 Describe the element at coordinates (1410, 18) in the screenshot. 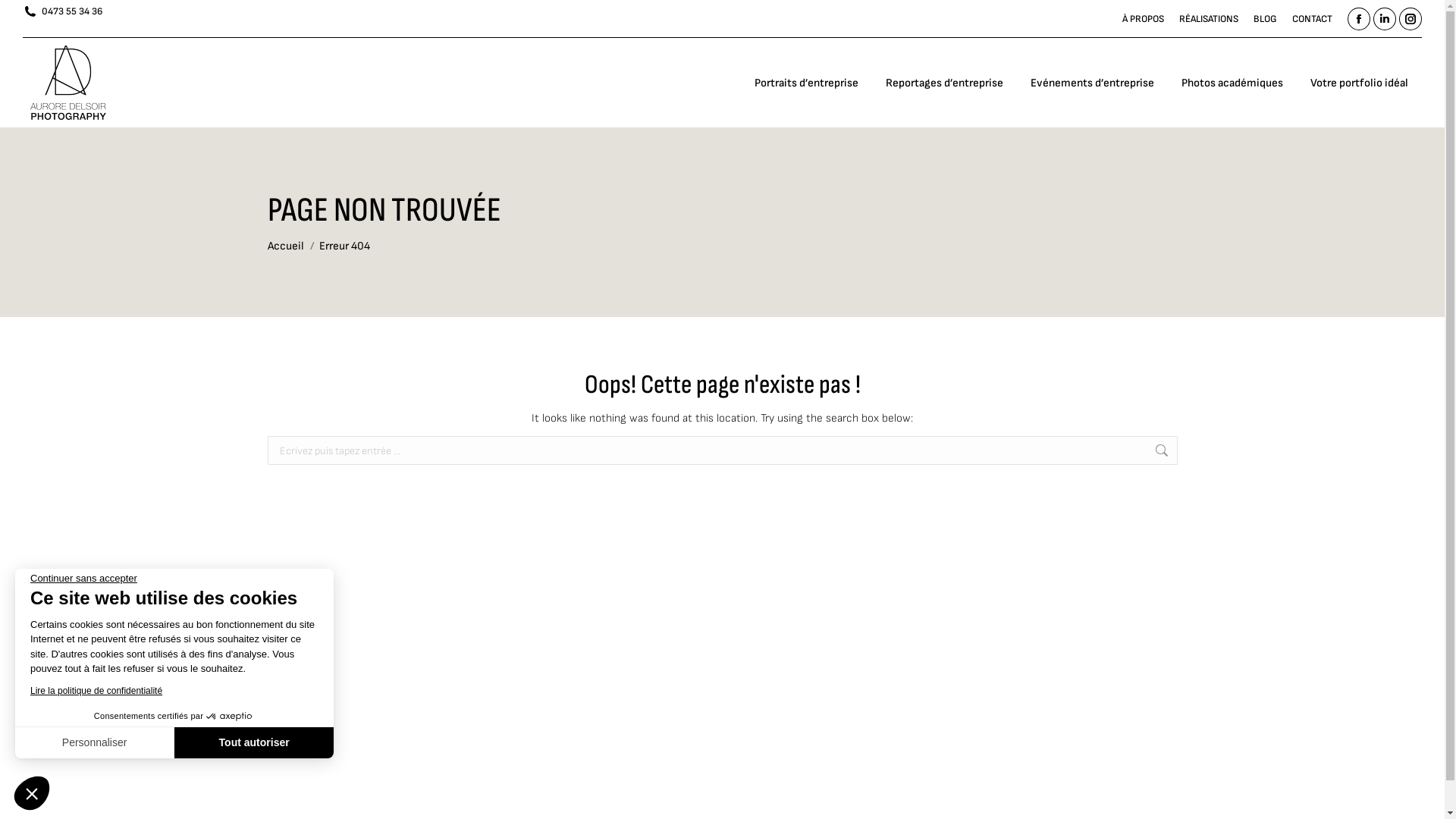

I see `'Instagram page opens in new window'` at that location.